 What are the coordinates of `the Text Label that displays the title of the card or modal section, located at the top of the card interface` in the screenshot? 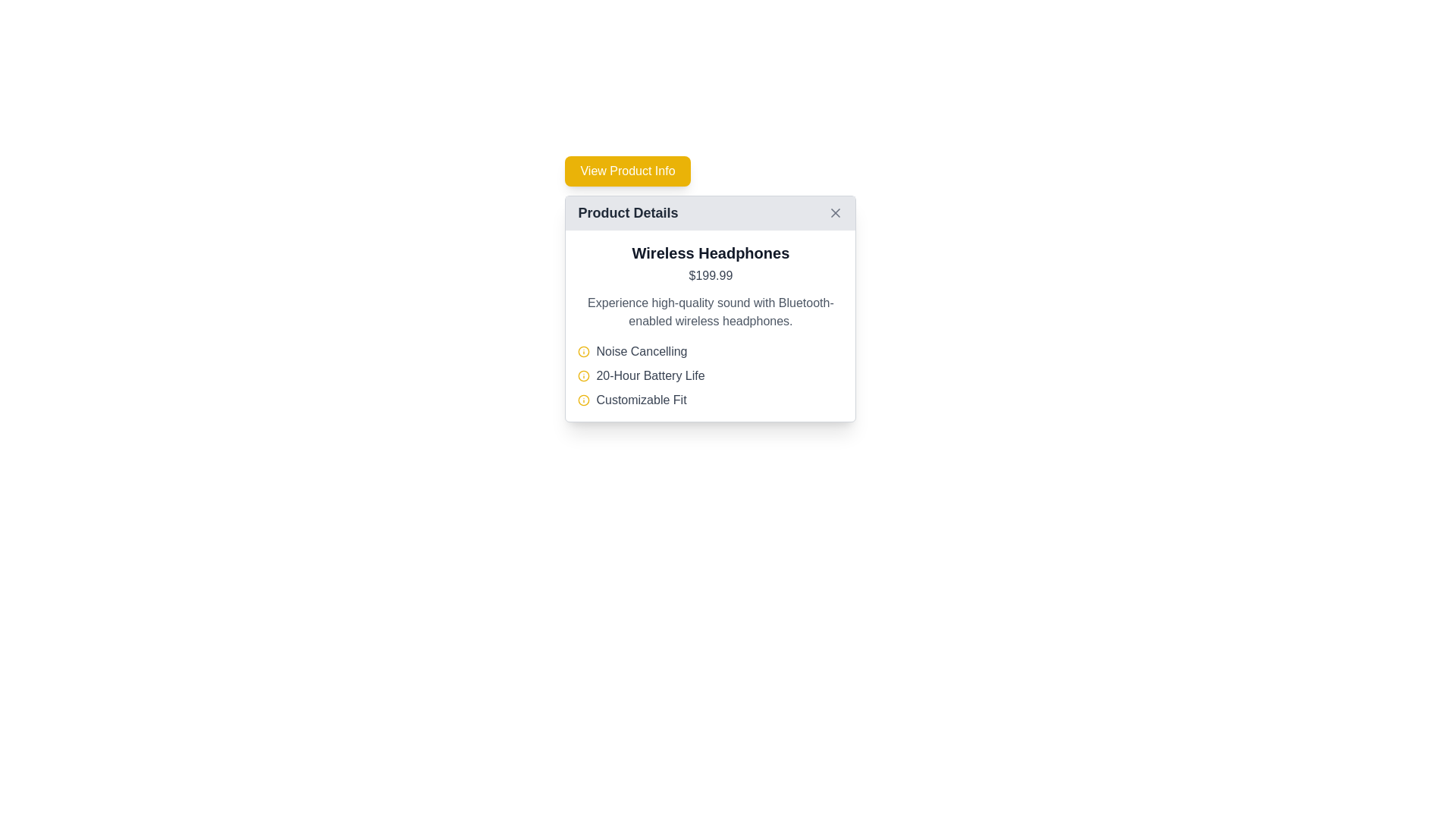 It's located at (628, 213).